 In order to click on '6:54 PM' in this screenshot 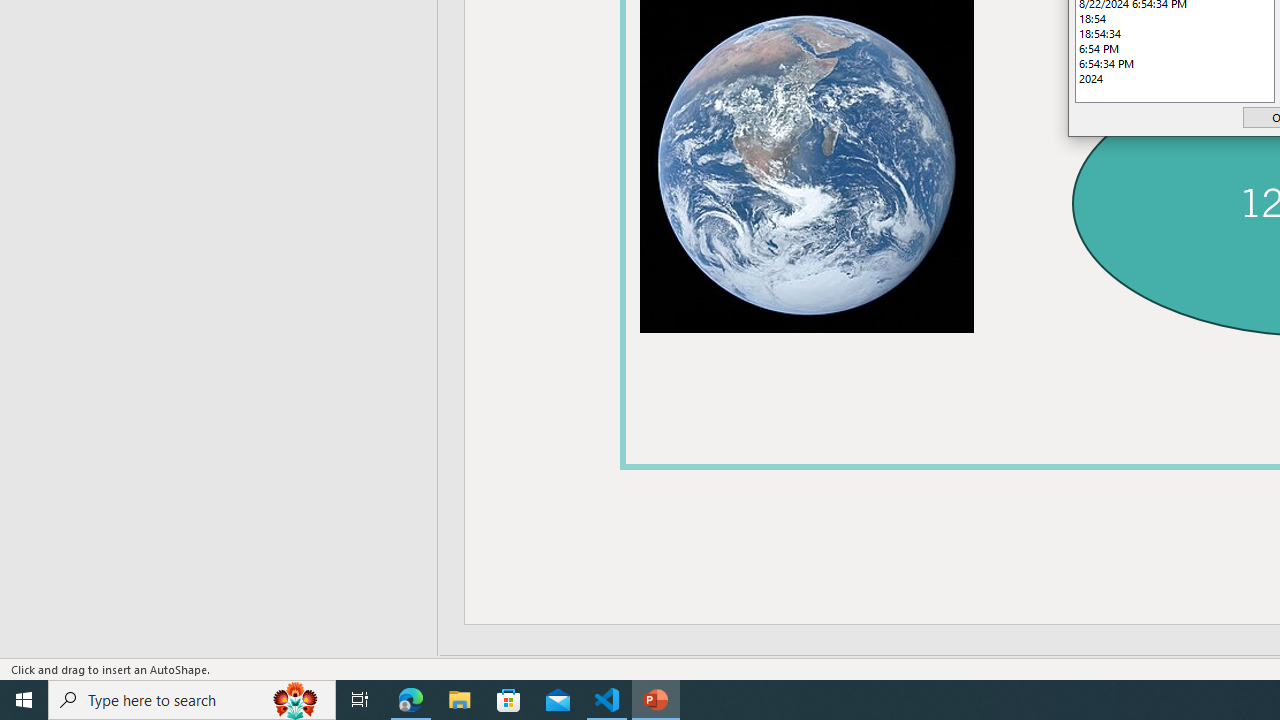, I will do `click(1175, 47)`.